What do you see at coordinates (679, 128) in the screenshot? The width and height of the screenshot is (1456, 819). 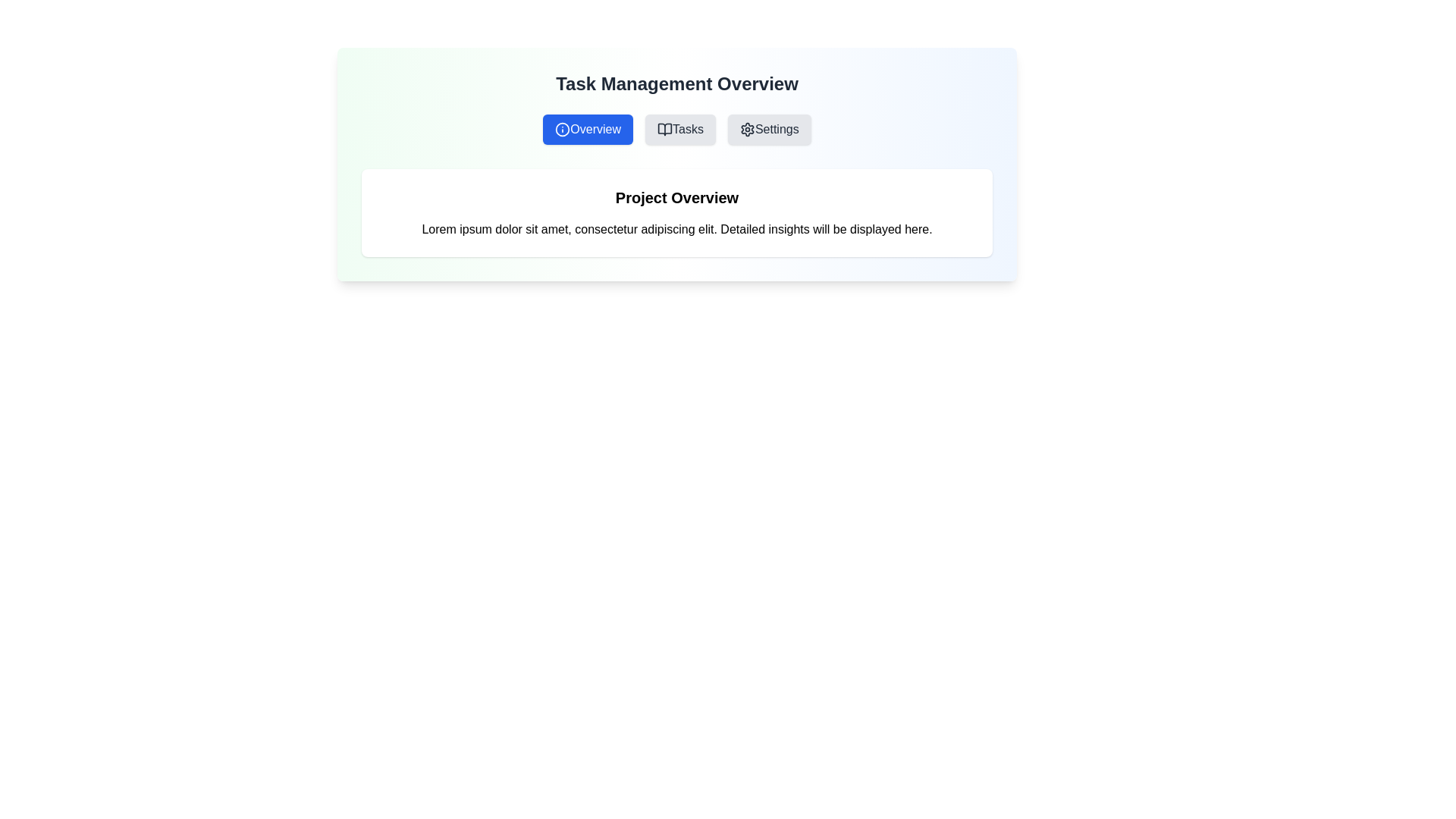 I see `the navigation button located centrally in the upper section of the interface, positioned between the 'Overview' button on the left and the 'Settings' button on the right` at bounding box center [679, 128].